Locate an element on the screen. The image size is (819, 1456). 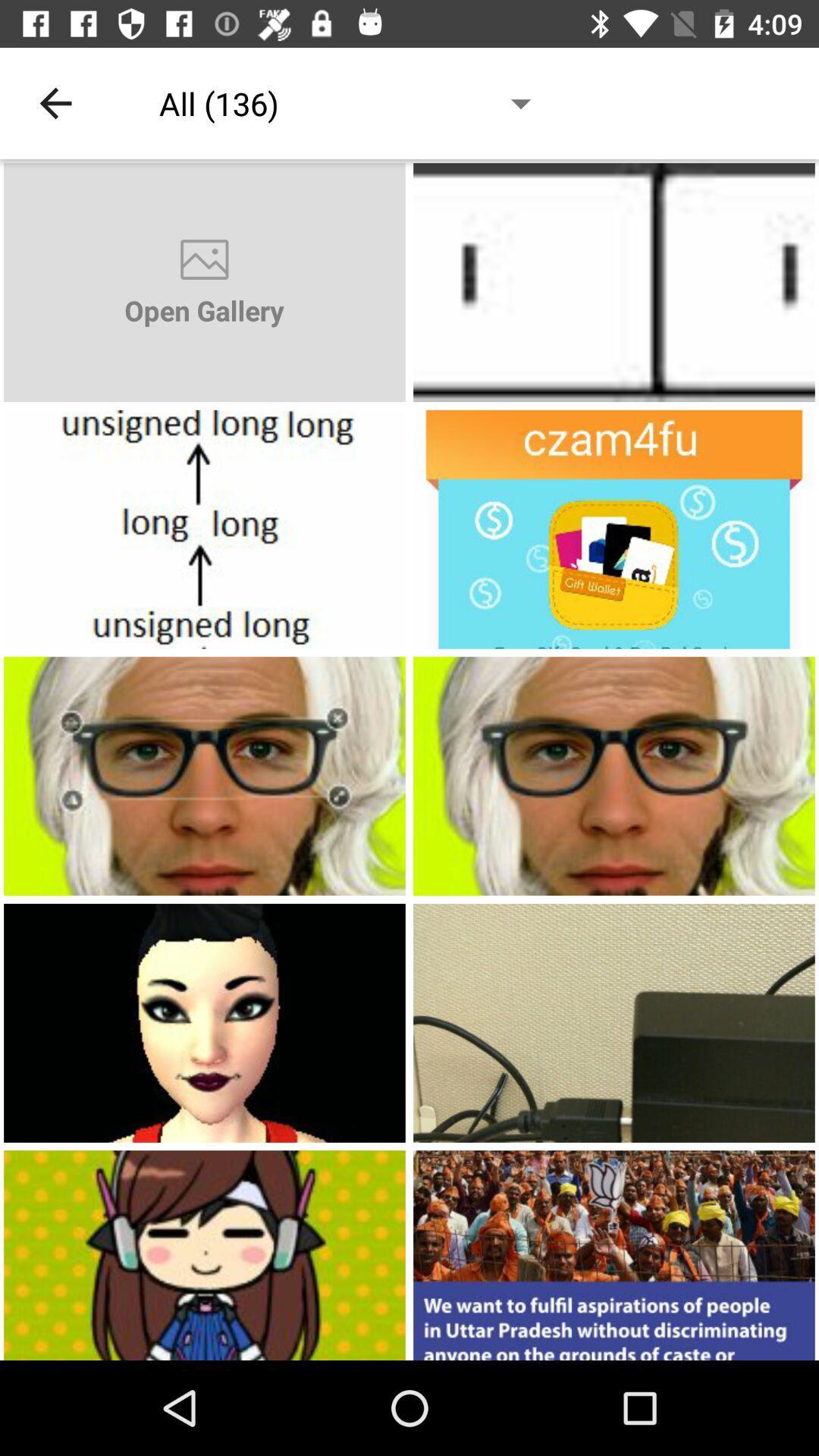
crzm4fu option is located at coordinates (614, 529).